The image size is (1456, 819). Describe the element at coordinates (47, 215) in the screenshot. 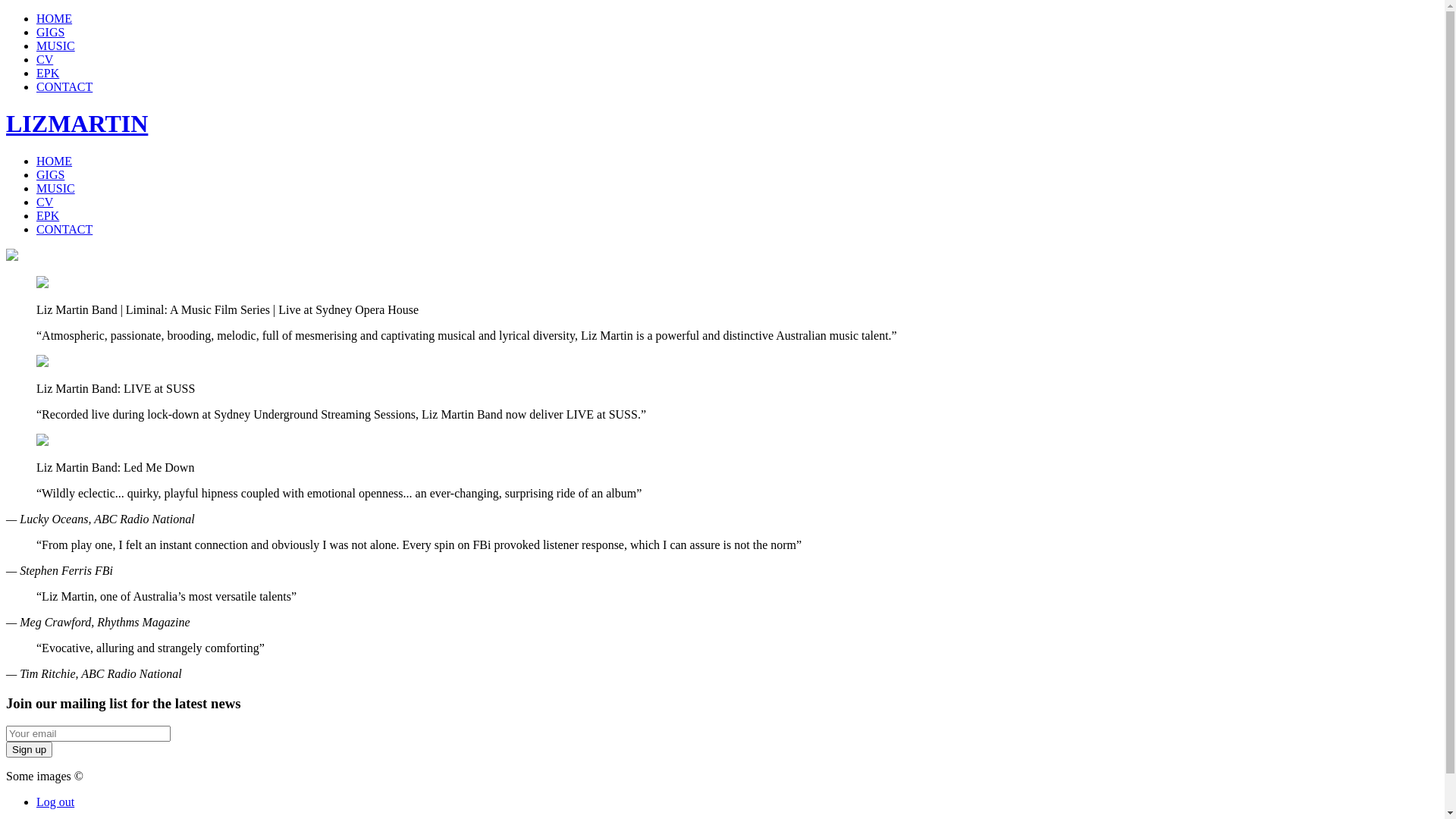

I see `'EPK'` at that location.